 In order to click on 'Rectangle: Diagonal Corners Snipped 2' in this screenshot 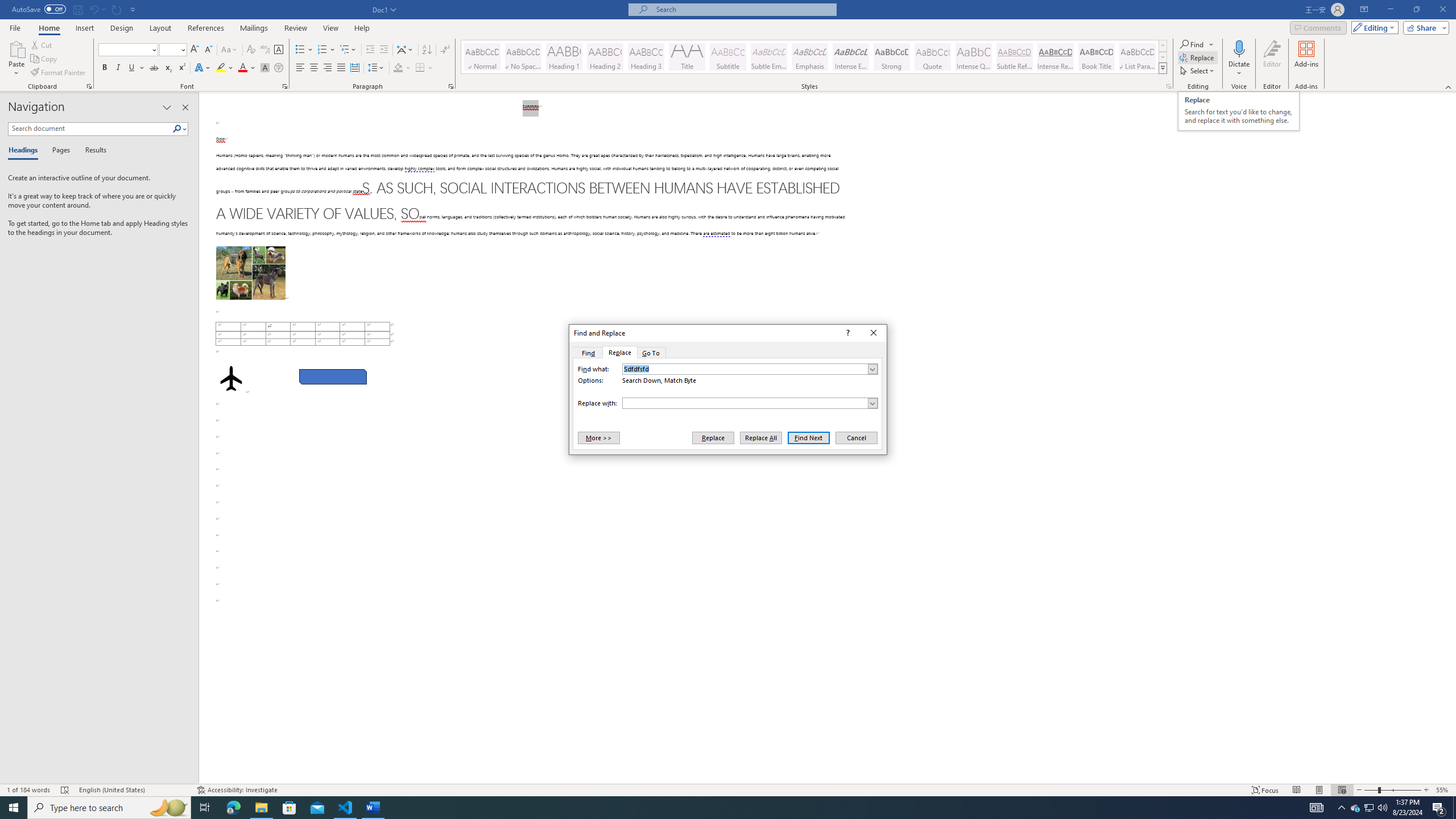, I will do `click(332, 377)`.